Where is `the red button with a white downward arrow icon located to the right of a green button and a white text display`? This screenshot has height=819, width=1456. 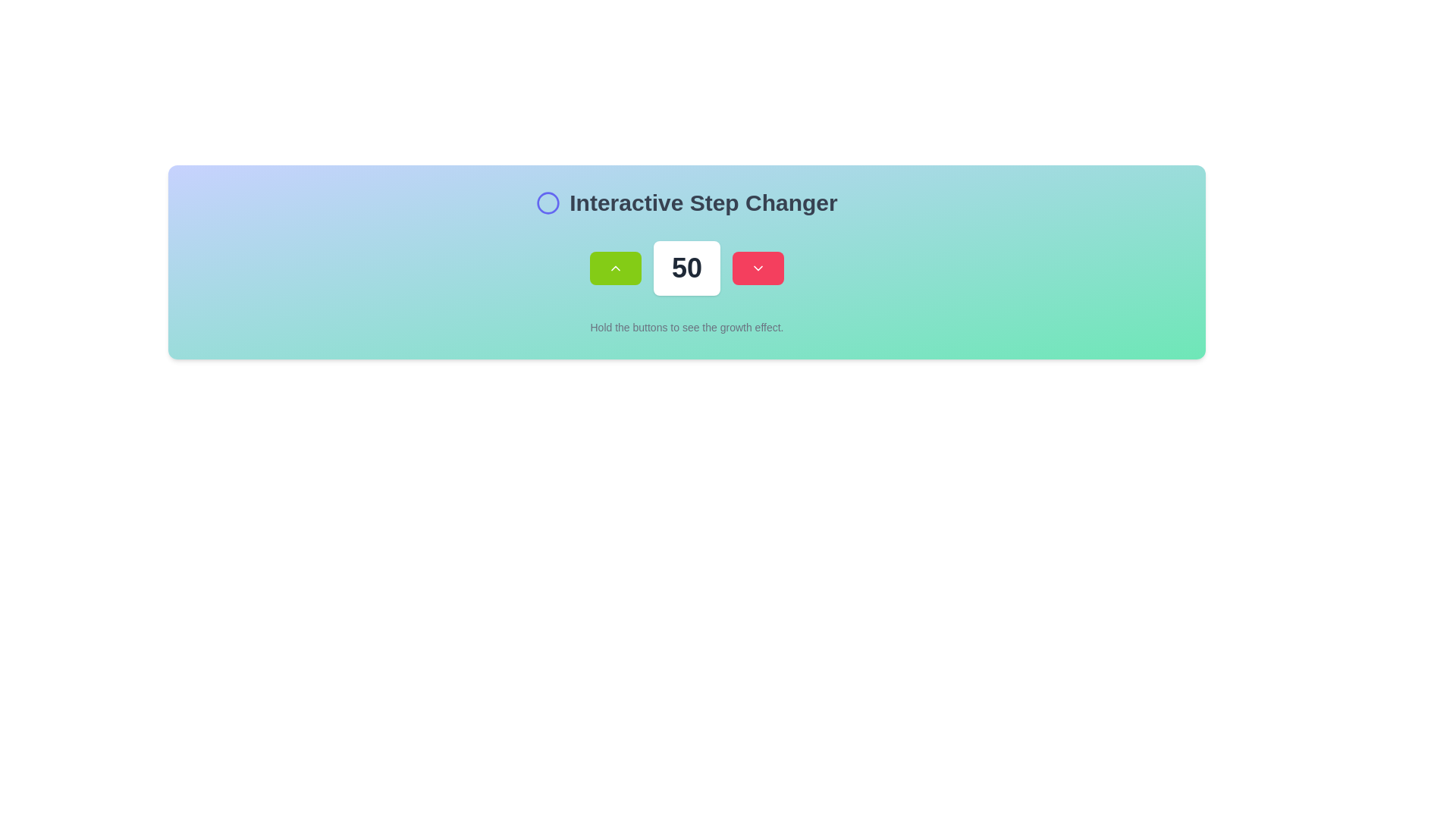 the red button with a white downward arrow icon located to the right of a green button and a white text display is located at coordinates (758, 268).